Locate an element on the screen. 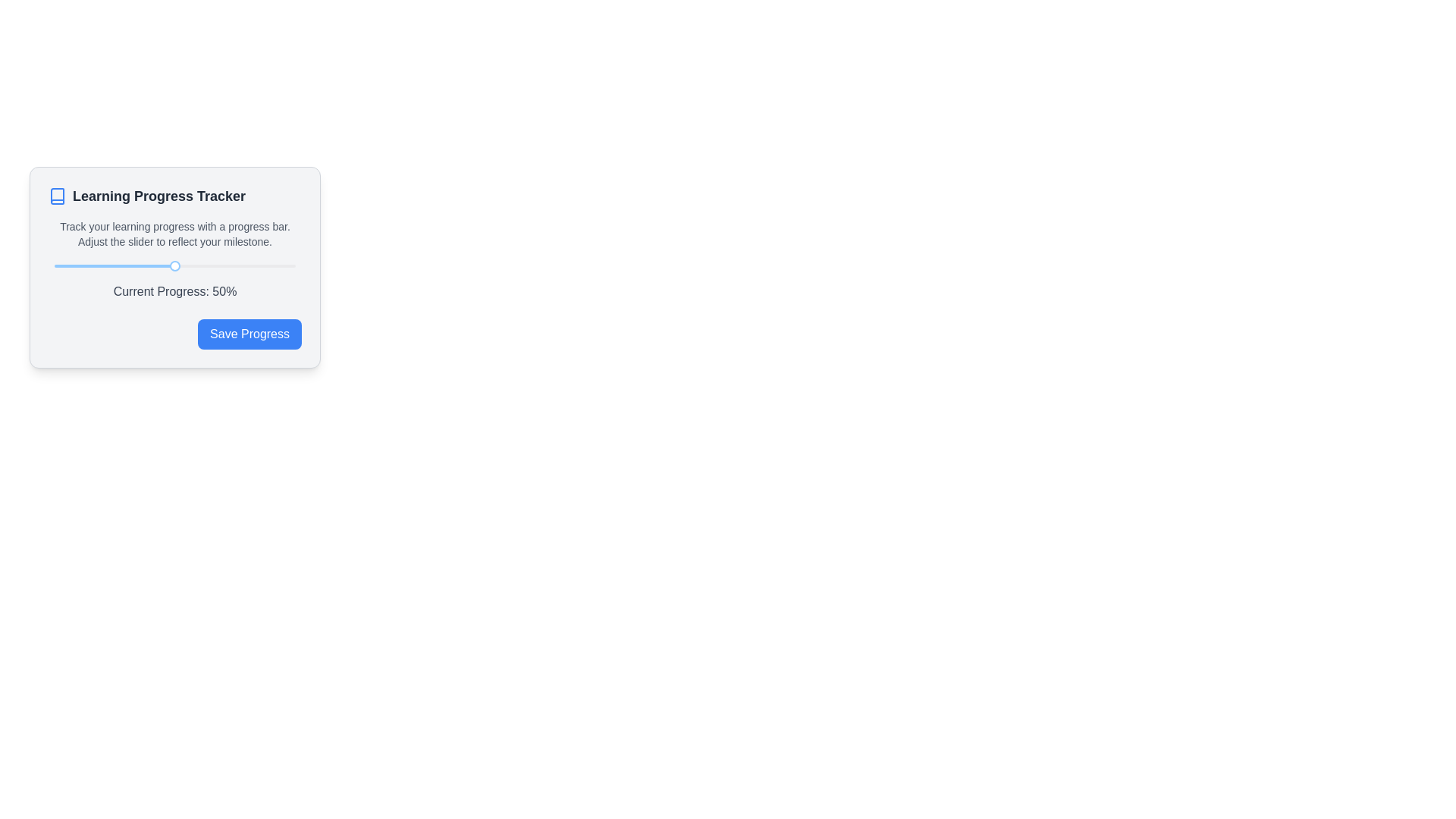 This screenshot has width=1456, height=819. the slider value is located at coordinates (203, 265).